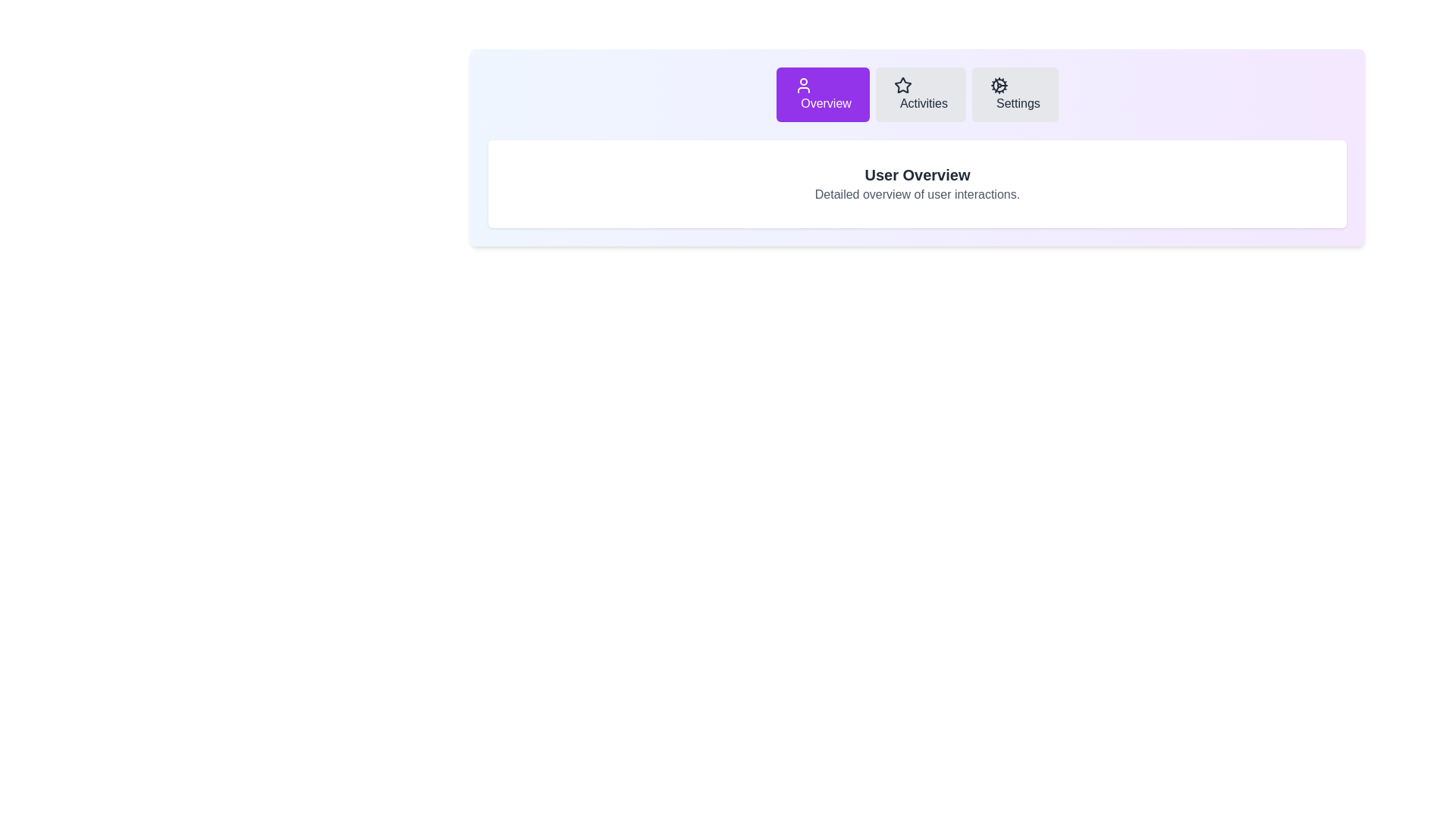 Image resolution: width=1456 pixels, height=819 pixels. What do you see at coordinates (916, 174) in the screenshot?
I see `the 'User Overview' text label header, which is styled in bold and dark gray, located at the top of its section` at bounding box center [916, 174].